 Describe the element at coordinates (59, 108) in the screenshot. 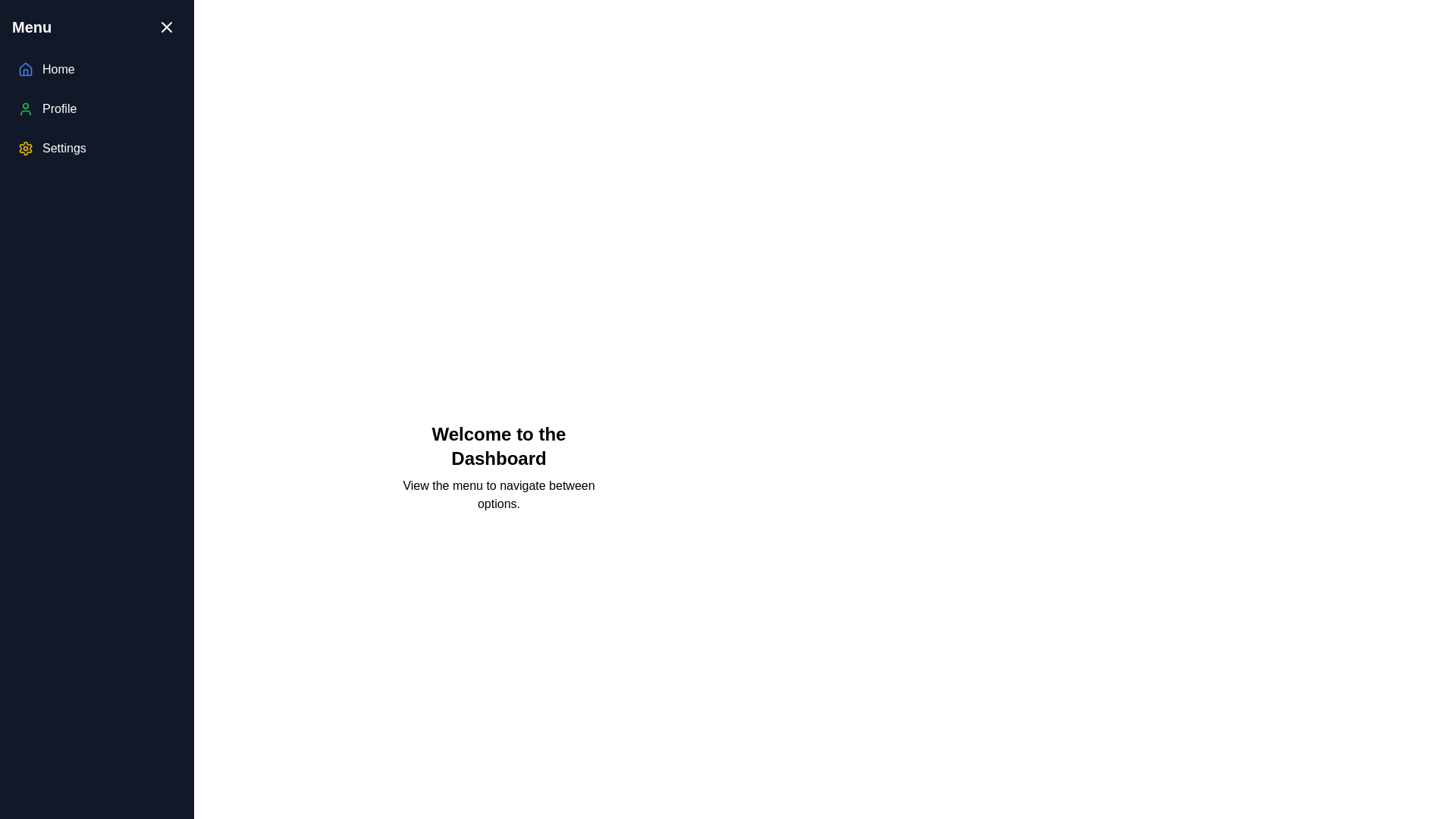

I see `the 'Profile' text label in the navigation menu` at that location.